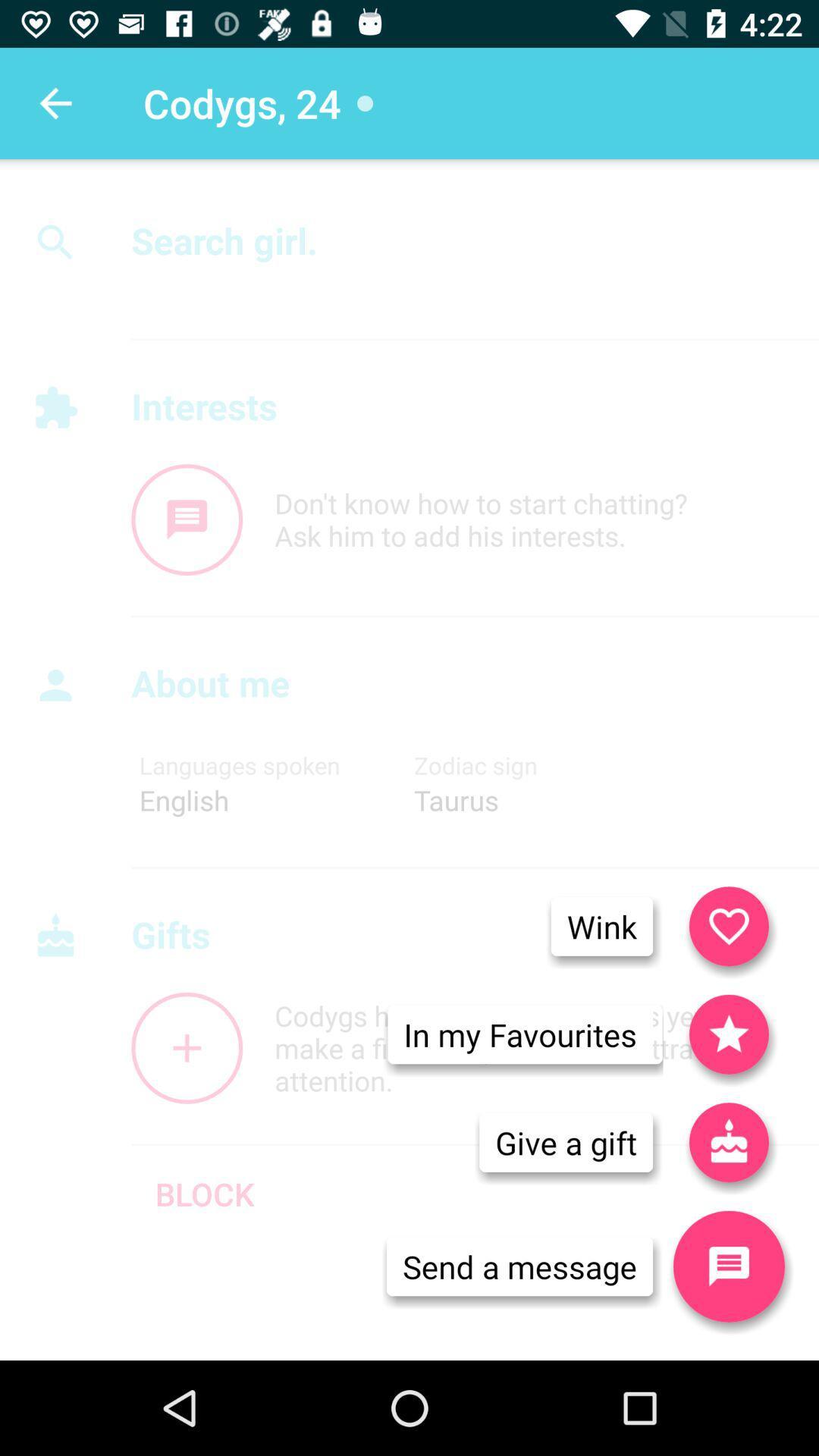  I want to click on item next to codygs, 24 item, so click(55, 102).